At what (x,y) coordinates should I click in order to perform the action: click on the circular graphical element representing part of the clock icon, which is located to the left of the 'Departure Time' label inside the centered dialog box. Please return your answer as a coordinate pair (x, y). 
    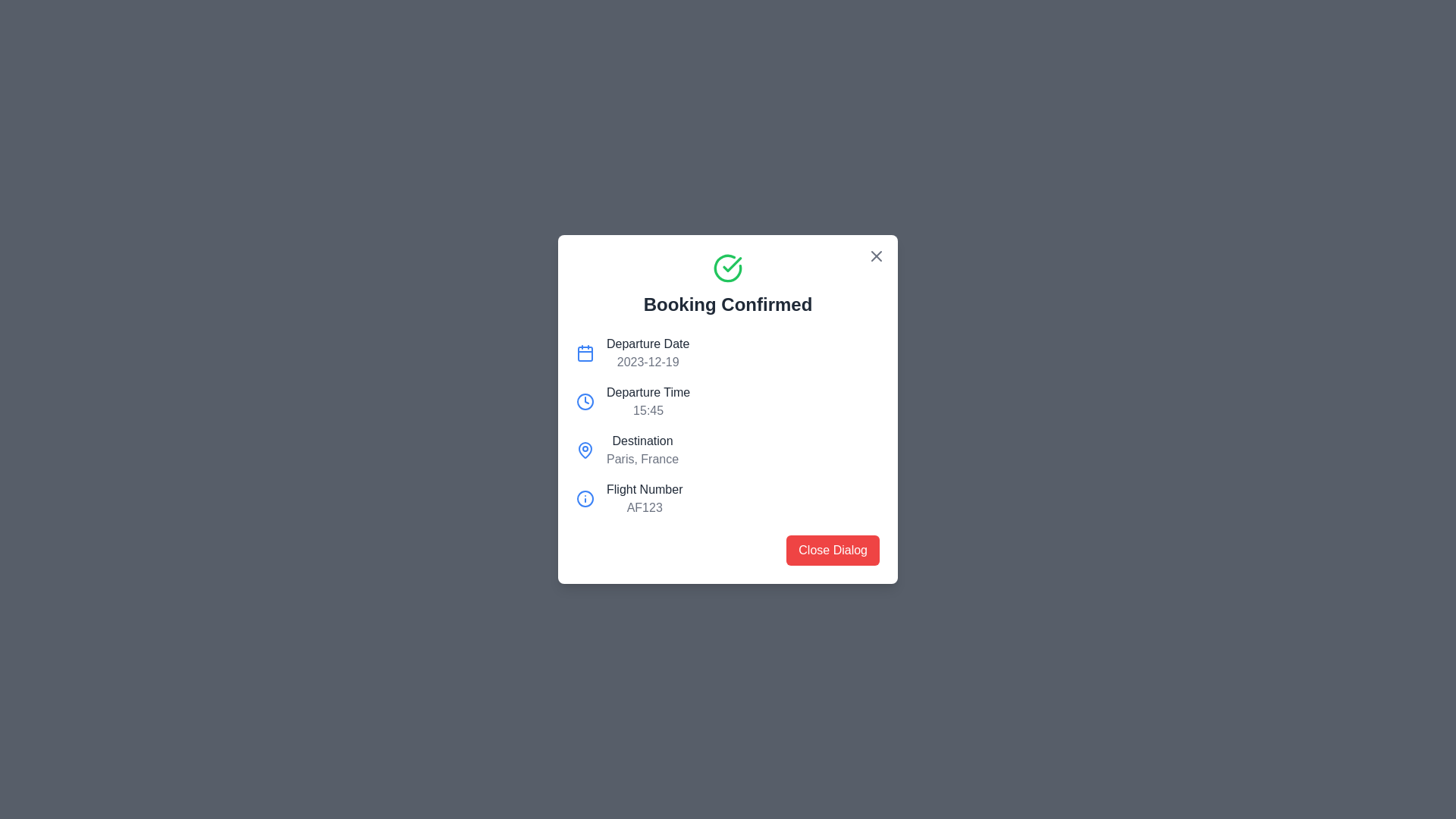
    Looking at the image, I should click on (585, 400).